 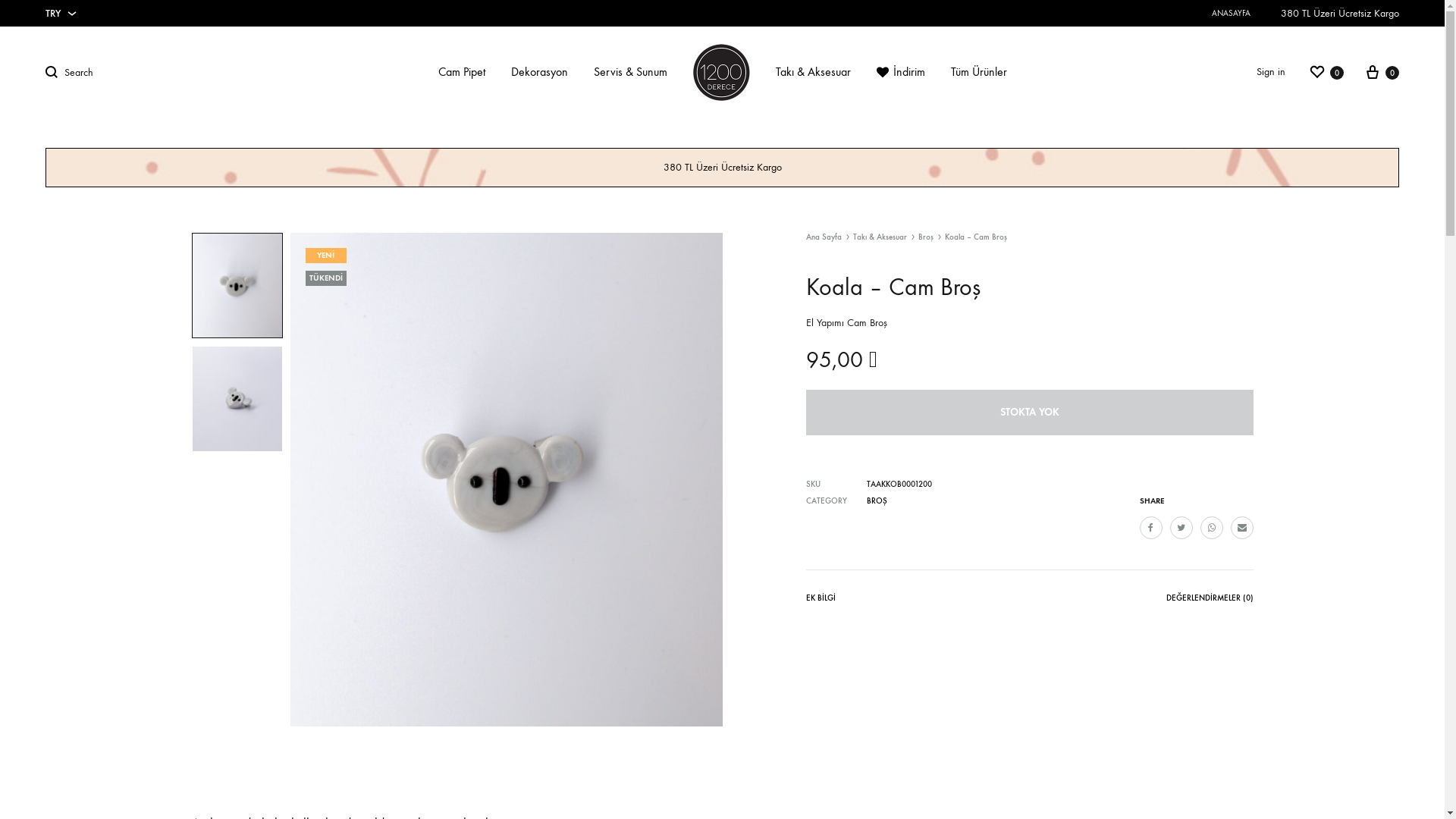 What do you see at coordinates (822, 237) in the screenshot?
I see `'Ana Sayfa'` at bounding box center [822, 237].